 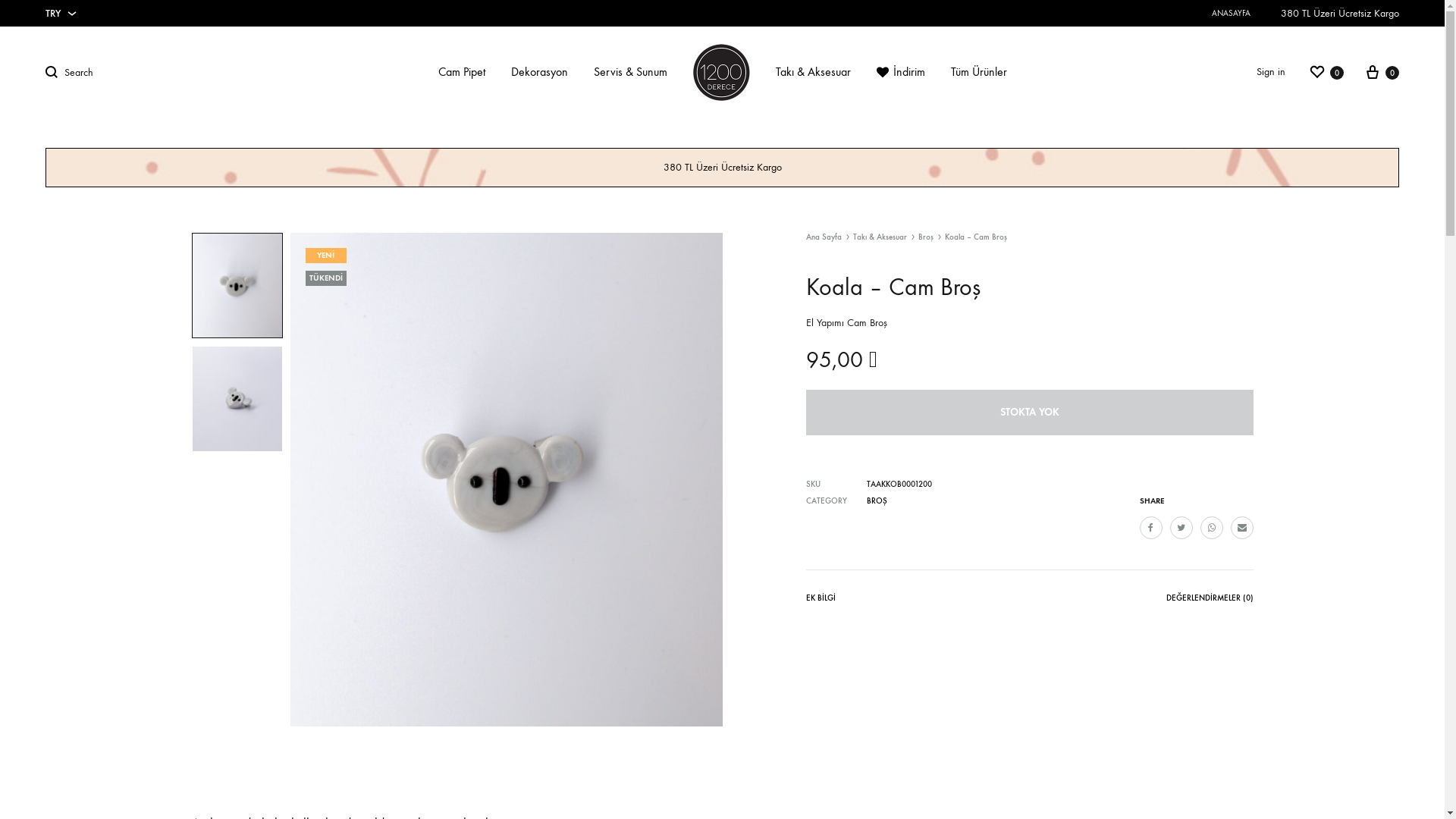 What do you see at coordinates (822, 237) in the screenshot?
I see `'Ana Sayfa'` at bounding box center [822, 237].